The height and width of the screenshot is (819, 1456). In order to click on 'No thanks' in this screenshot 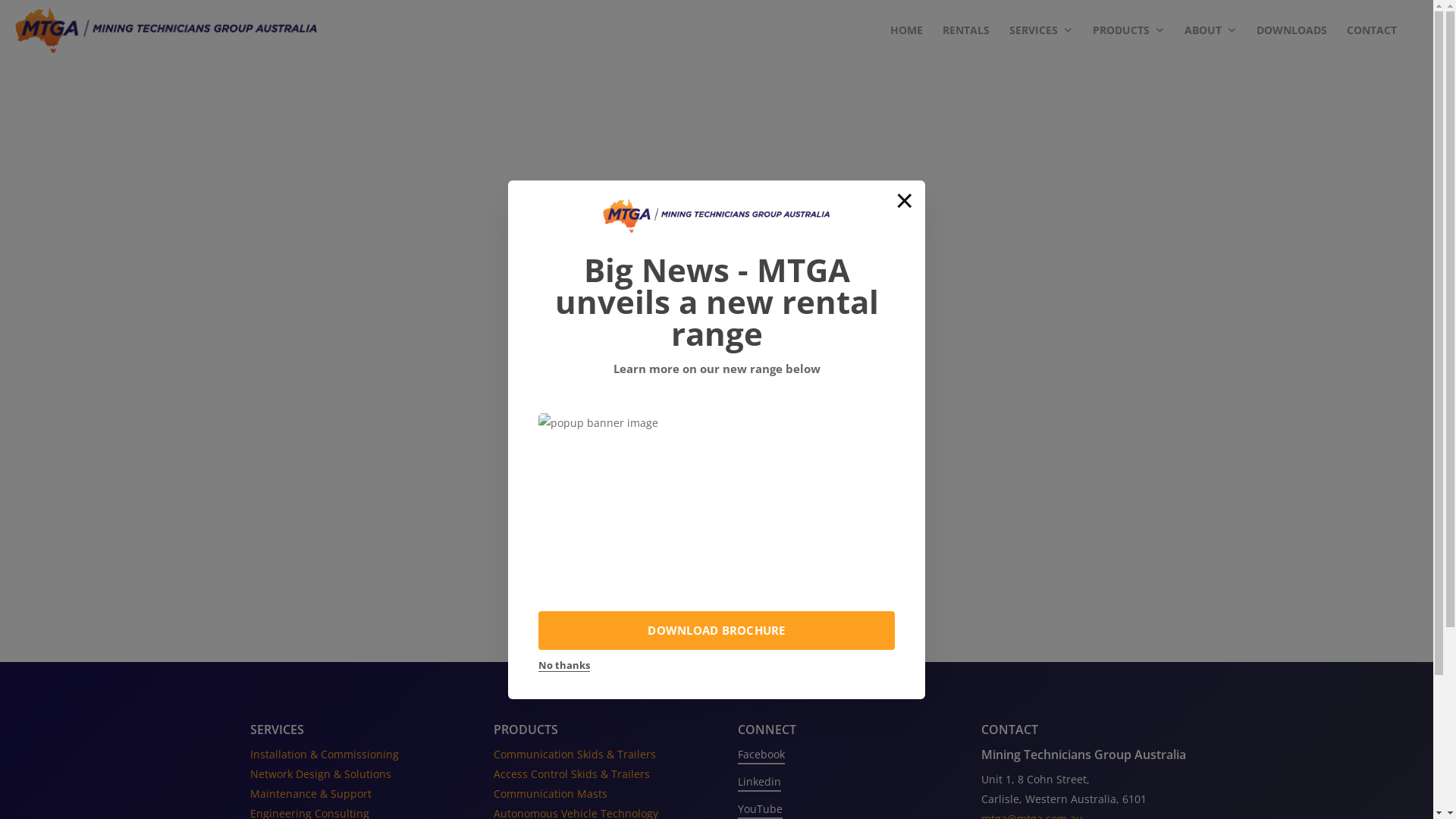, I will do `click(538, 665)`.